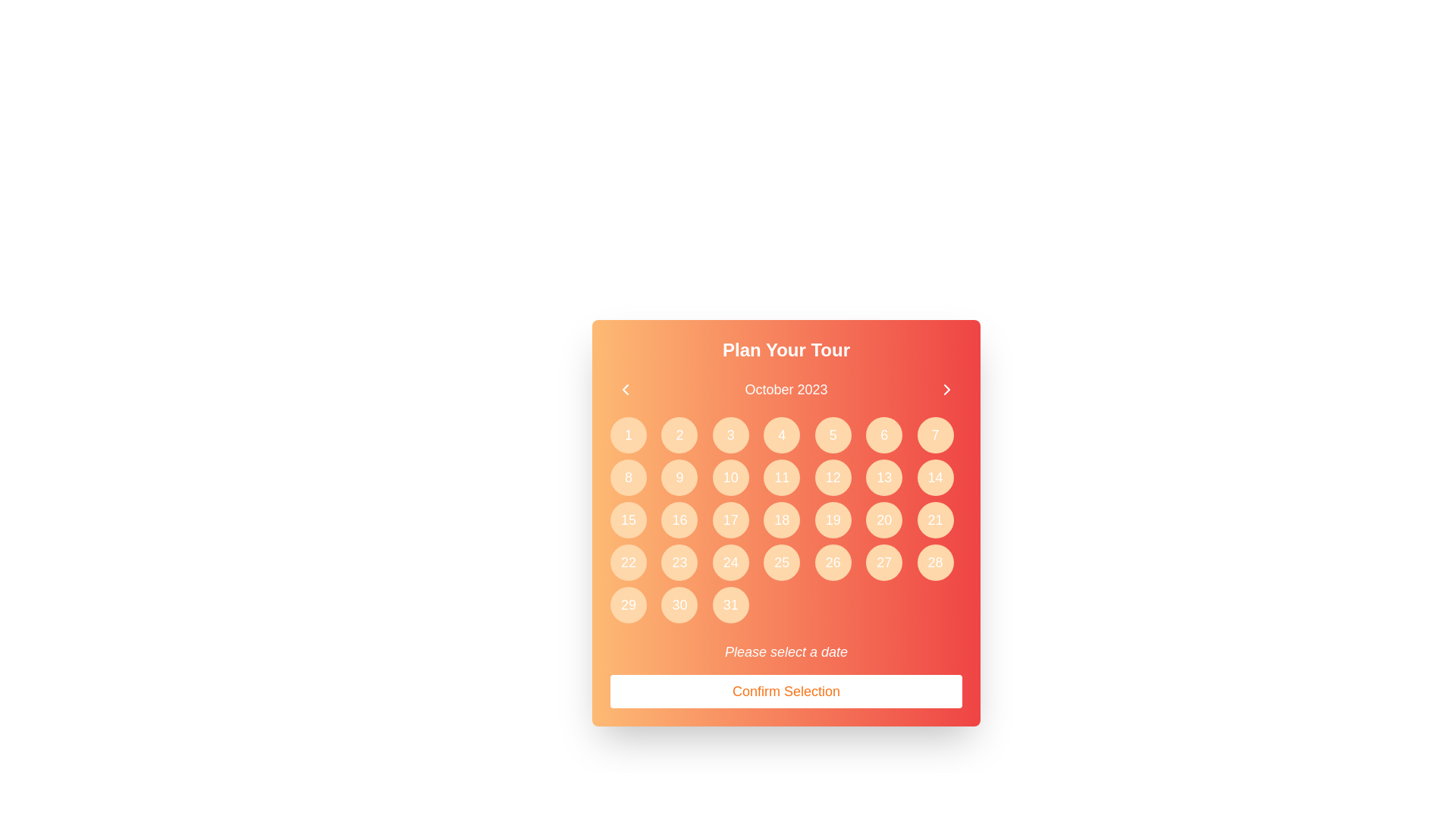 The width and height of the screenshot is (1456, 819). Describe the element at coordinates (629, 519) in the screenshot. I see `the circular button with a light orange background containing the number '15' in white text` at that location.